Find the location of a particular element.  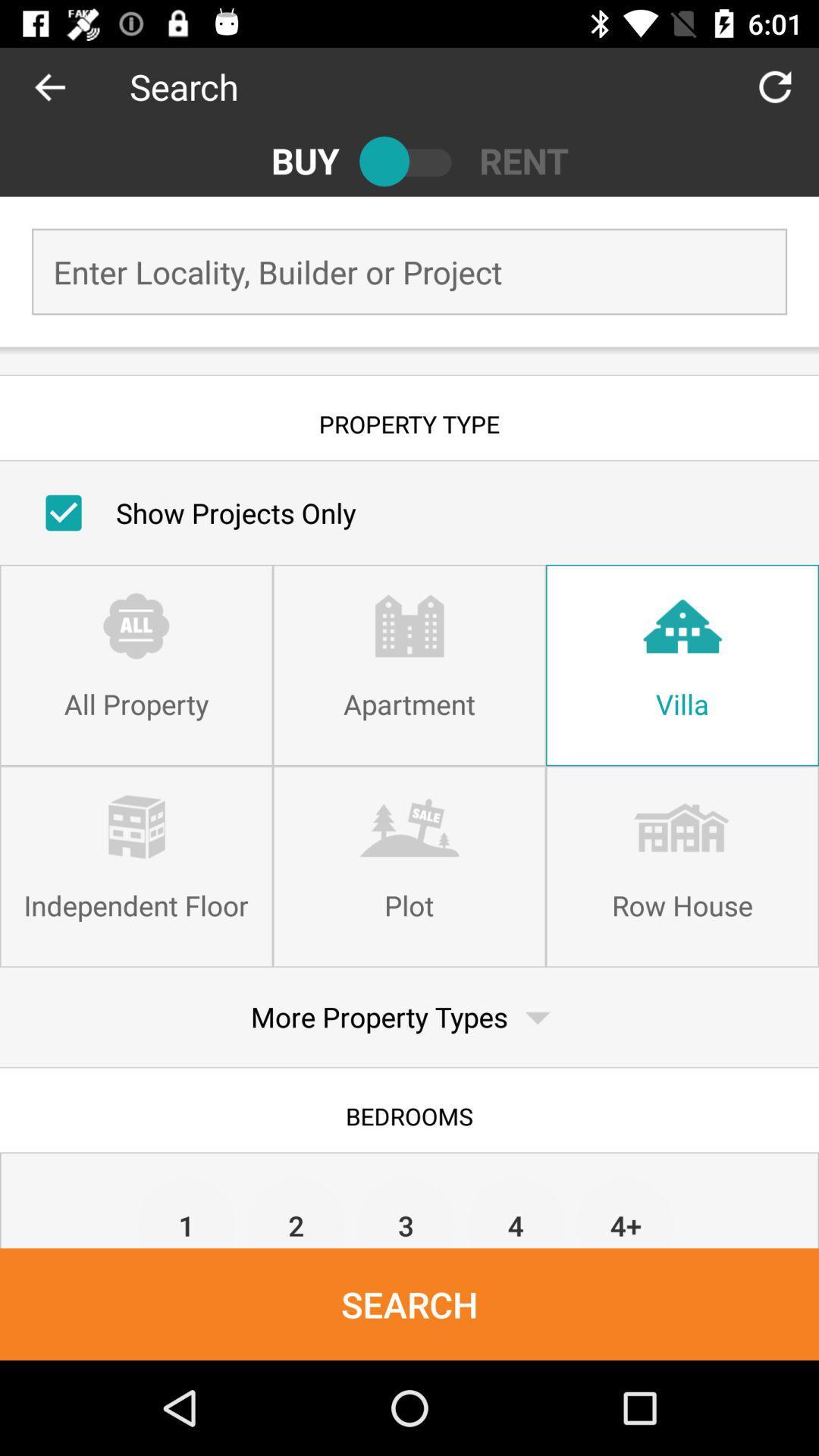

the icon next to the 4 item is located at coordinates (405, 1211).